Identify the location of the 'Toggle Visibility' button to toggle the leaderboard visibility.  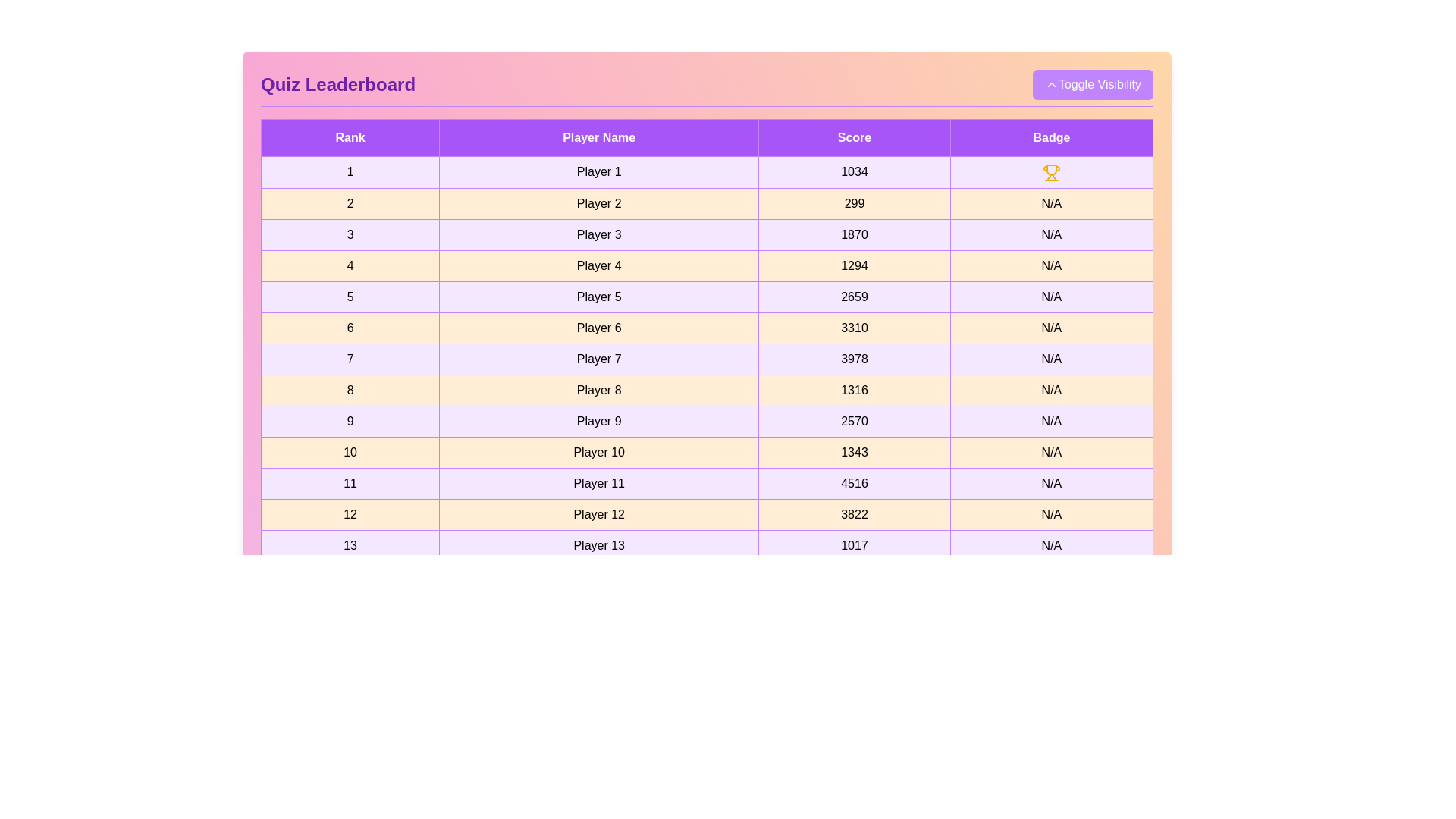
(1092, 84).